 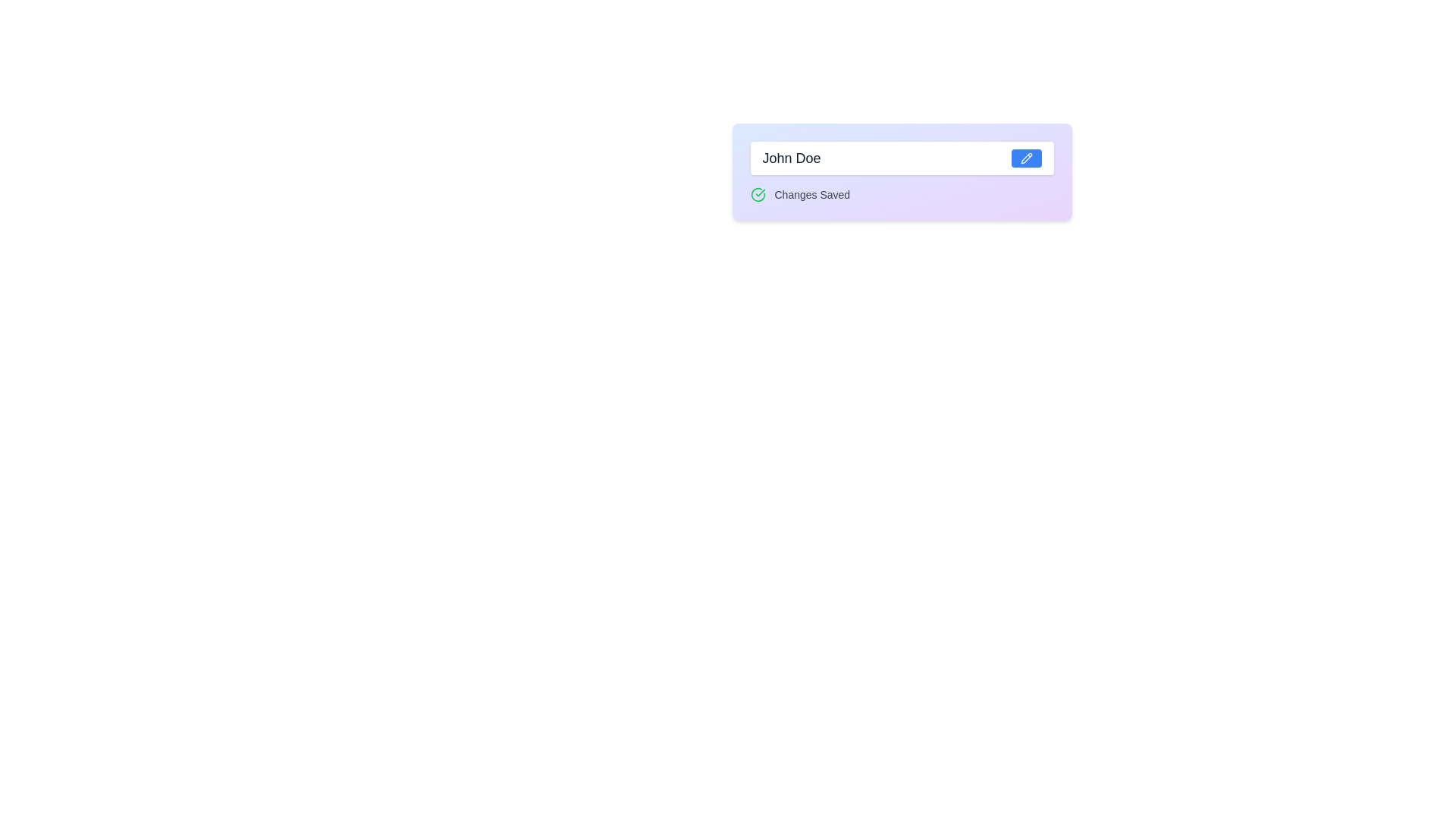 What do you see at coordinates (1026, 158) in the screenshot?
I see `the blue pencil icon button located at the right margin of the input field labeled 'John Doe'` at bounding box center [1026, 158].